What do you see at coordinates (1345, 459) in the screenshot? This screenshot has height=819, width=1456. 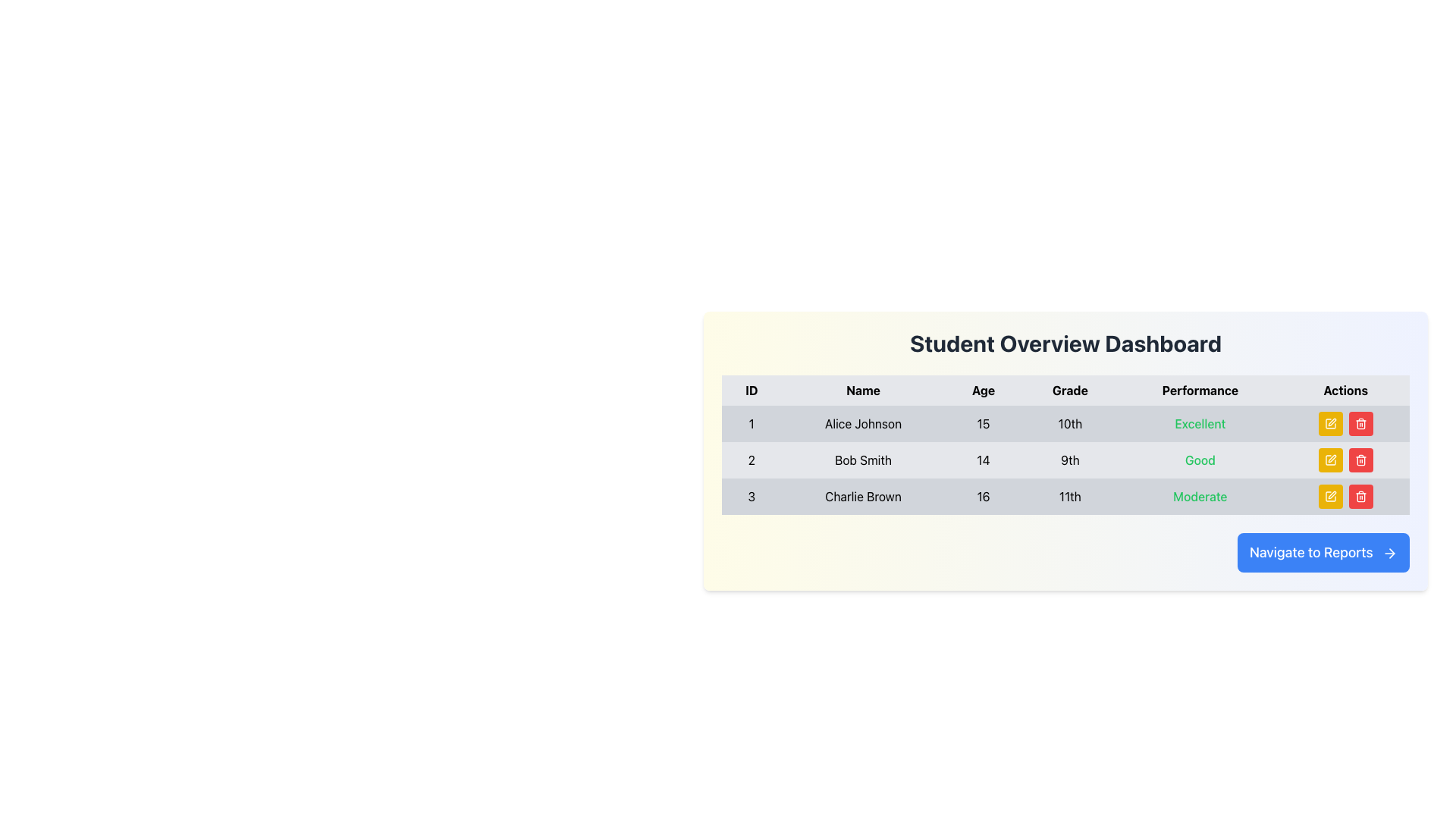 I see `the delete button in the Button Group for the 'Bob Smith' row in the table` at bounding box center [1345, 459].